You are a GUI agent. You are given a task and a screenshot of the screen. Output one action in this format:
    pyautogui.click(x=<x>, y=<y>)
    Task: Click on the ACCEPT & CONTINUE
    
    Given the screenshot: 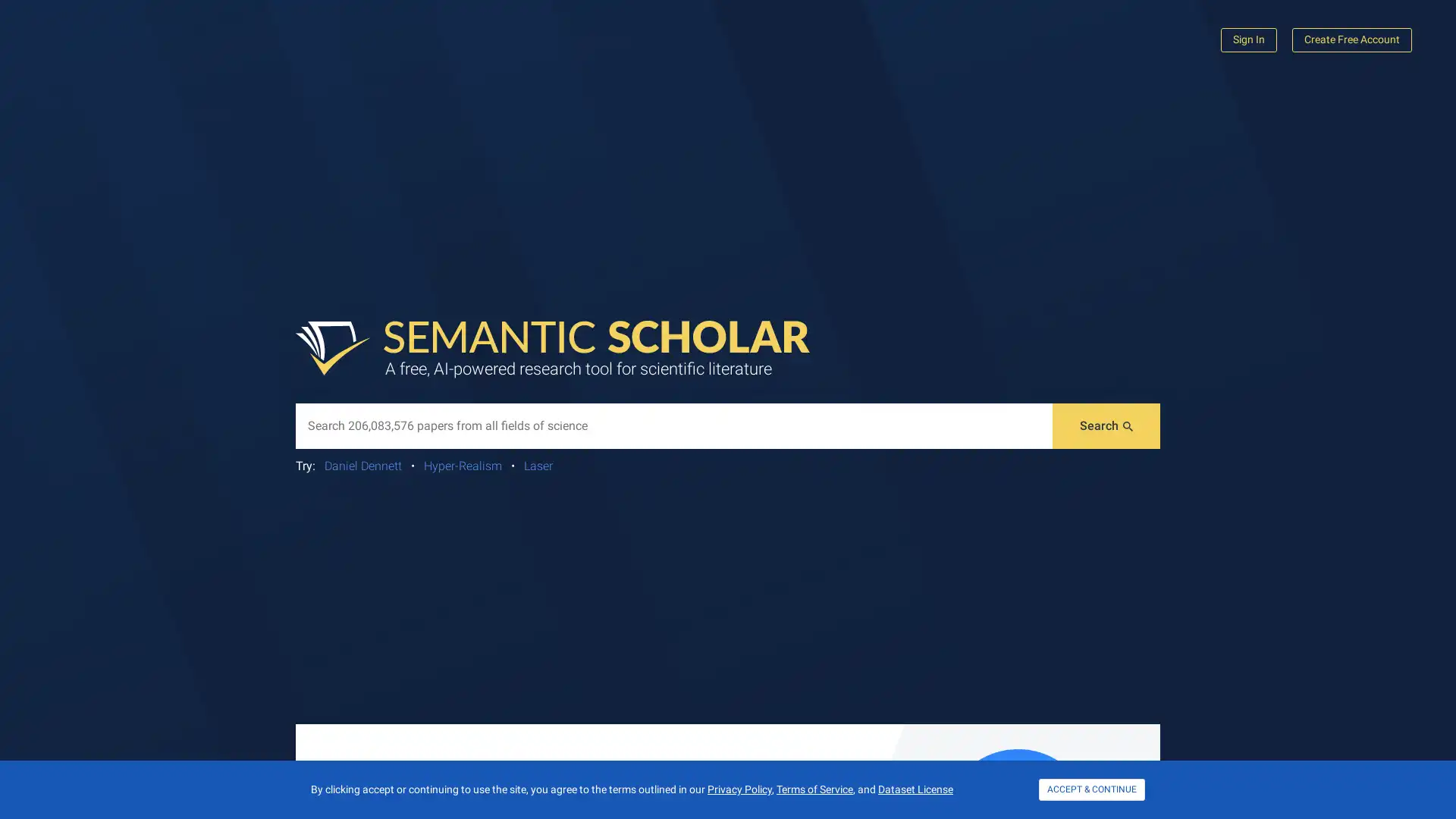 What is the action you would take?
    pyautogui.click(x=1092, y=789)
    